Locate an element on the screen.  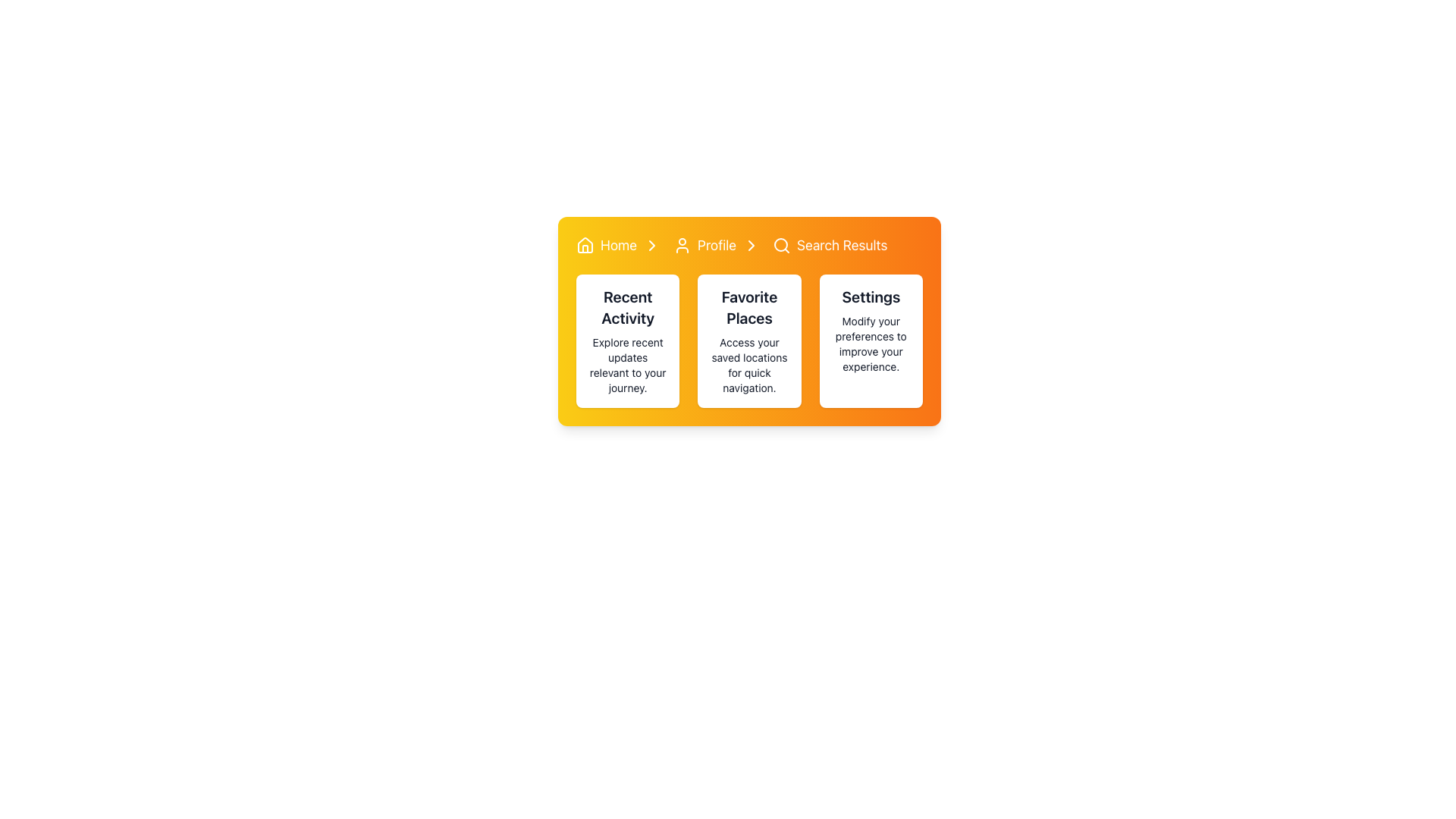
the door representation, which is a small vertical rectangle located at the bottom center of the house-shaped icon in the top navigation bar is located at coordinates (585, 248).